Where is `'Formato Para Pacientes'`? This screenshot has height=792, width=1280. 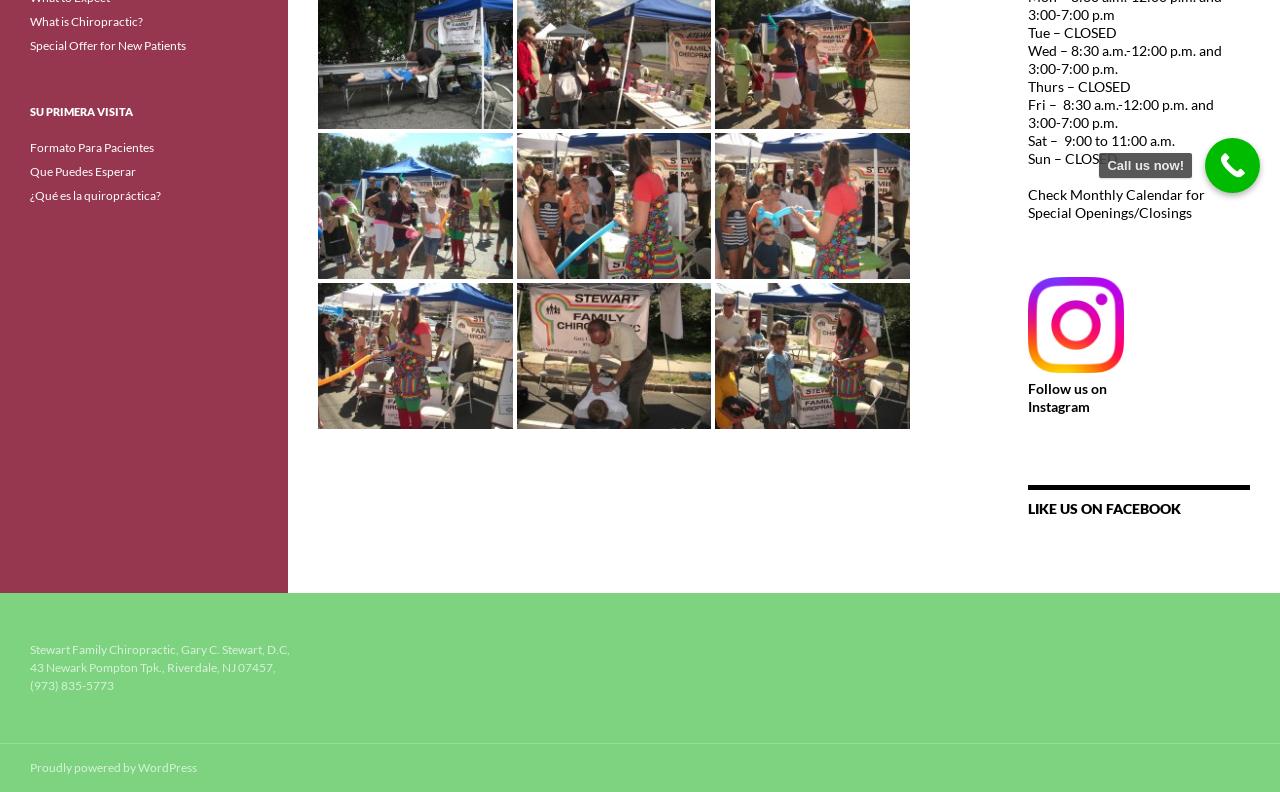 'Formato Para Pacientes' is located at coordinates (91, 146).